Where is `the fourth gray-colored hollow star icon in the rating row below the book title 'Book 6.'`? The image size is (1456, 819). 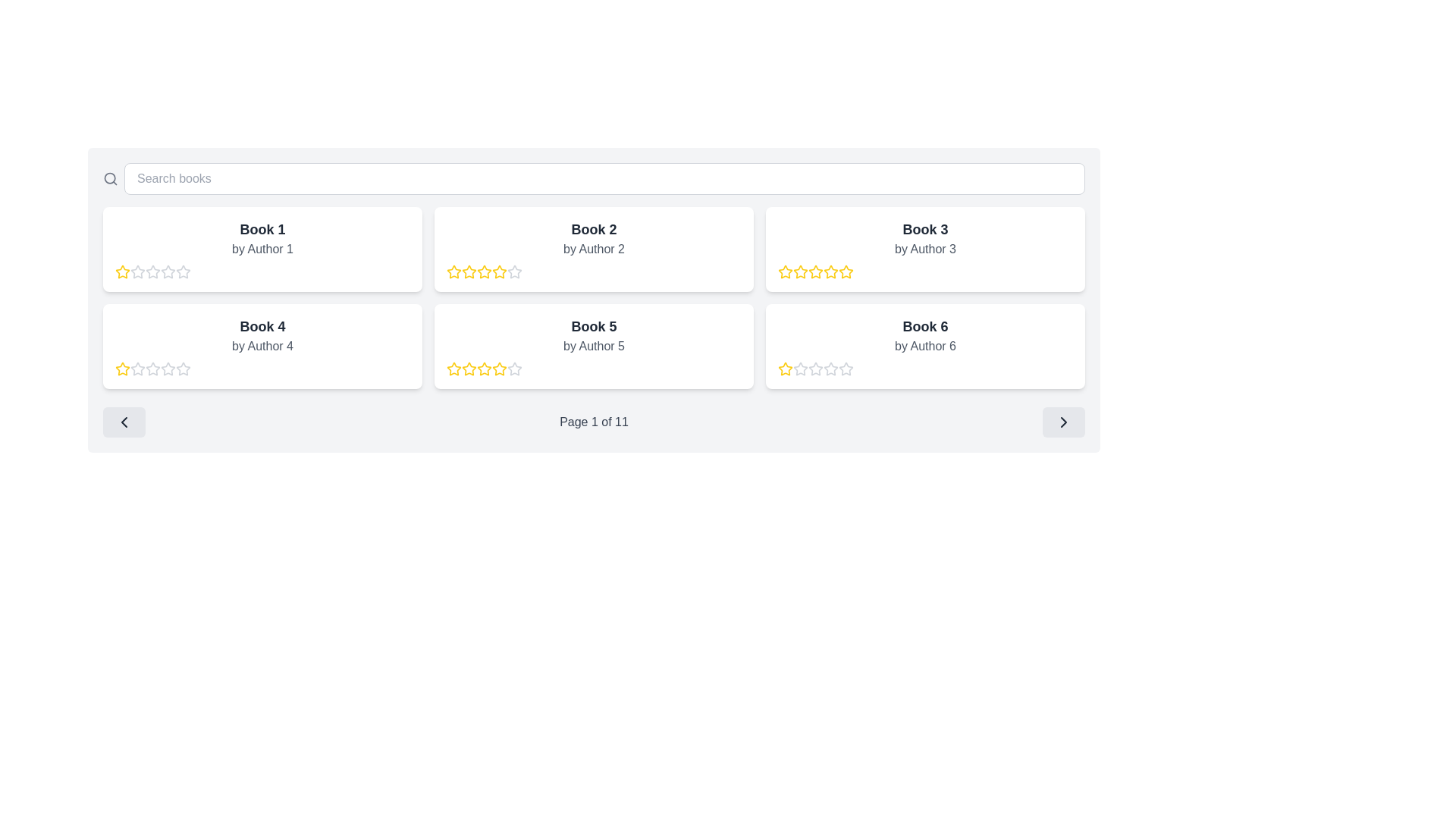 the fourth gray-colored hollow star icon in the rating row below the book title 'Book 6.' is located at coordinates (814, 369).